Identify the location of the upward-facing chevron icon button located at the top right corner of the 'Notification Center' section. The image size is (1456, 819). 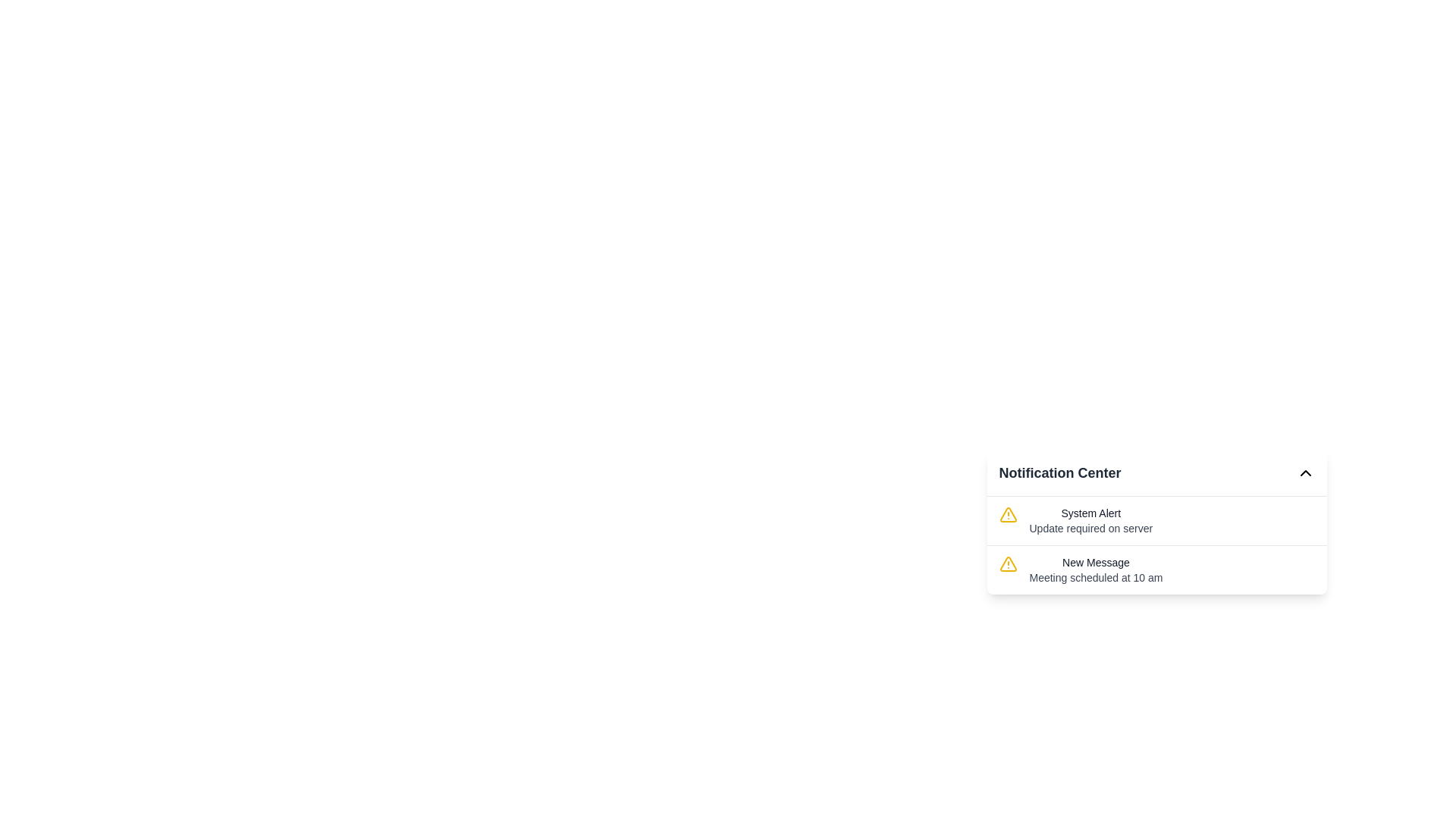
(1304, 472).